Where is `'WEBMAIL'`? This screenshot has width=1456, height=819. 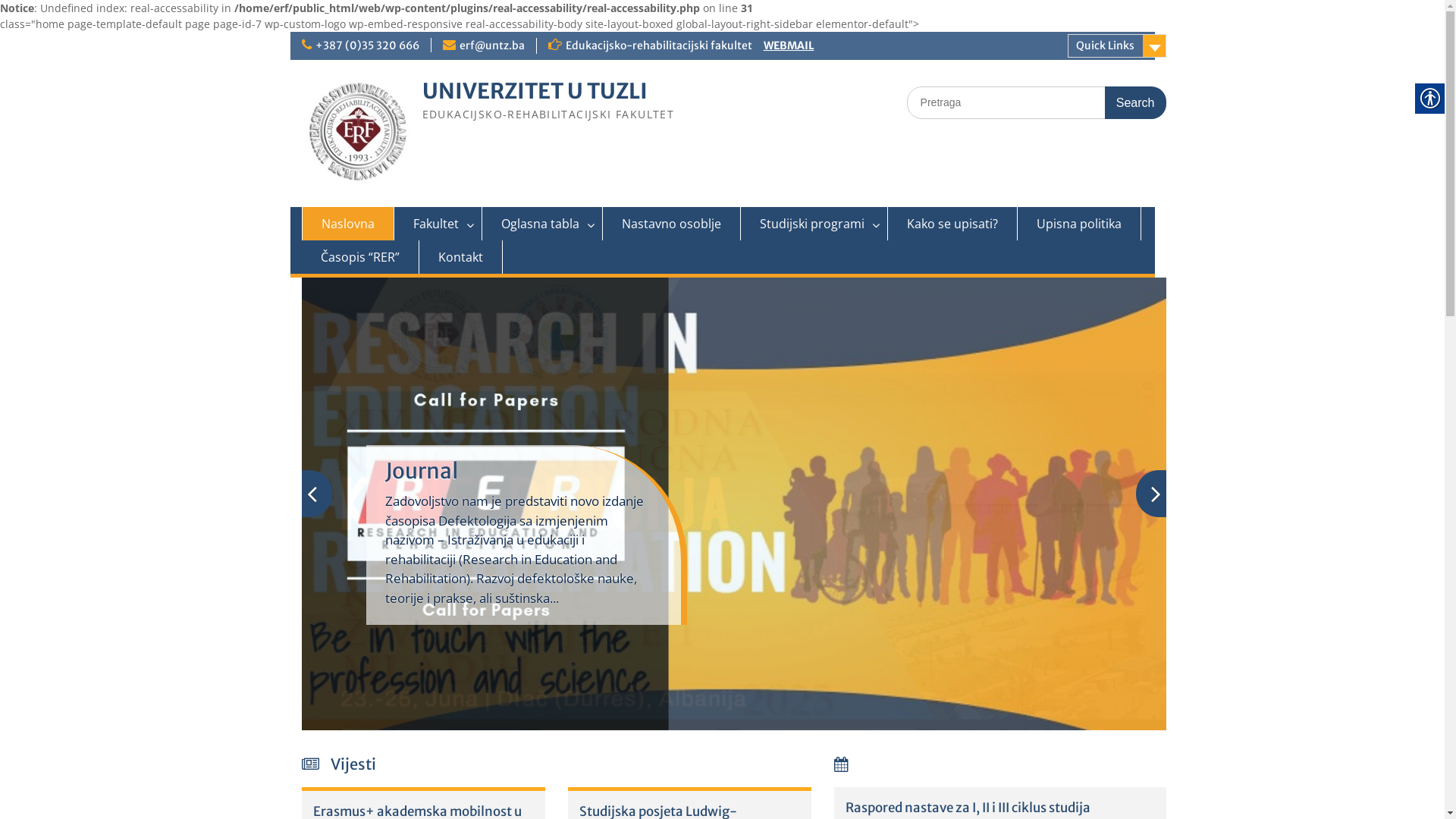
'WEBMAIL' is located at coordinates (788, 45).